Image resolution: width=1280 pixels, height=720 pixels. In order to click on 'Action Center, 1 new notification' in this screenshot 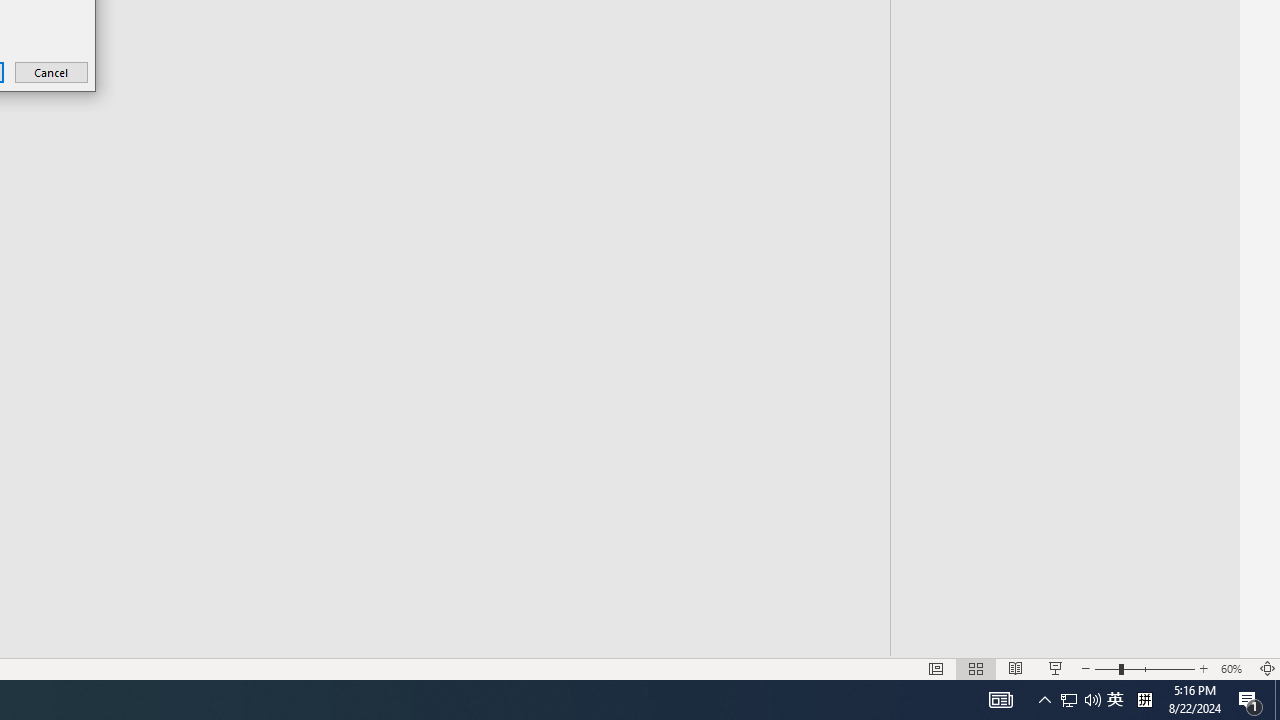, I will do `click(1250, 698)`.